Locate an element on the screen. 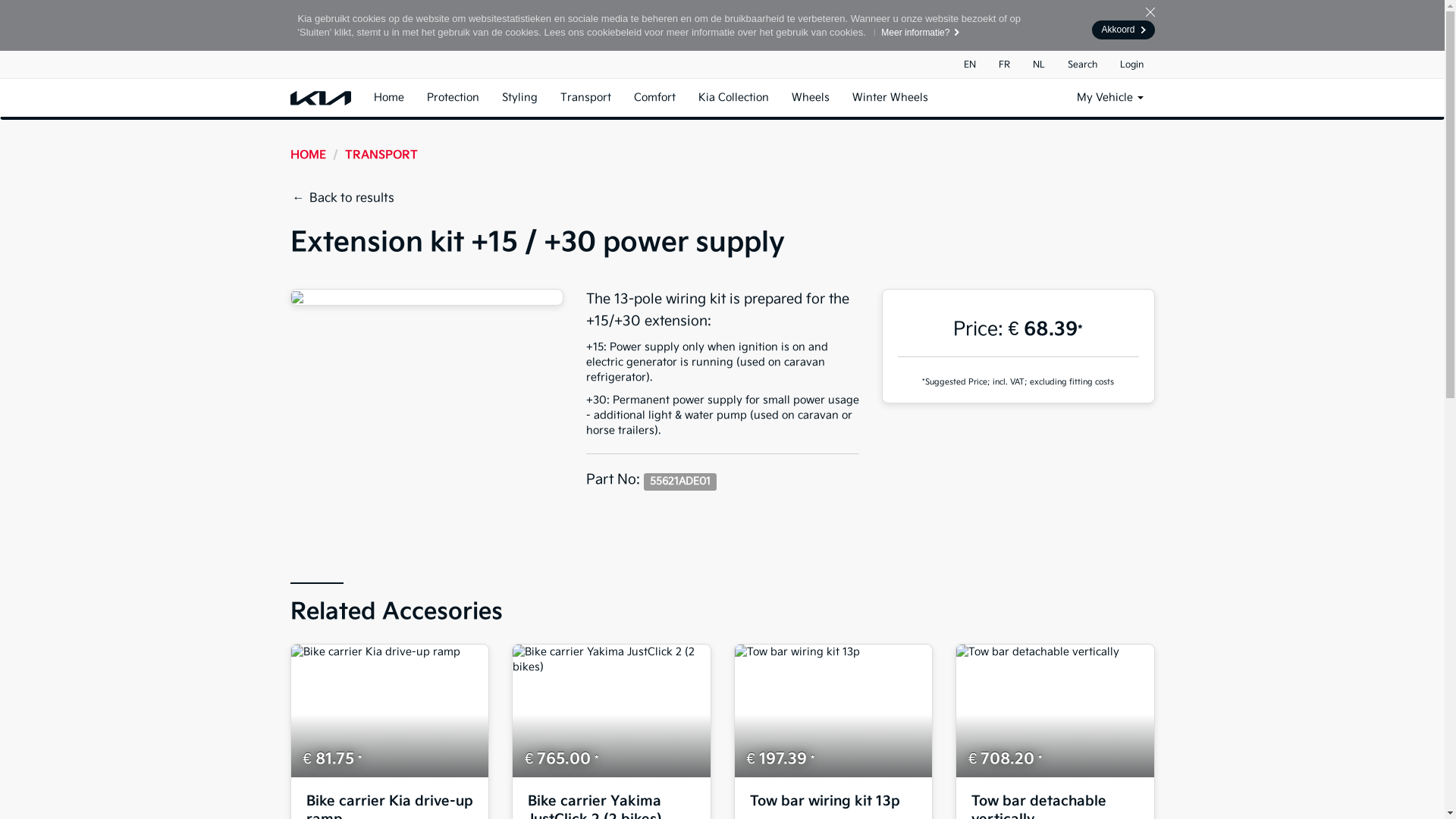 This screenshot has width=1456, height=819. 'Wheels' is located at coordinates (808, 97).